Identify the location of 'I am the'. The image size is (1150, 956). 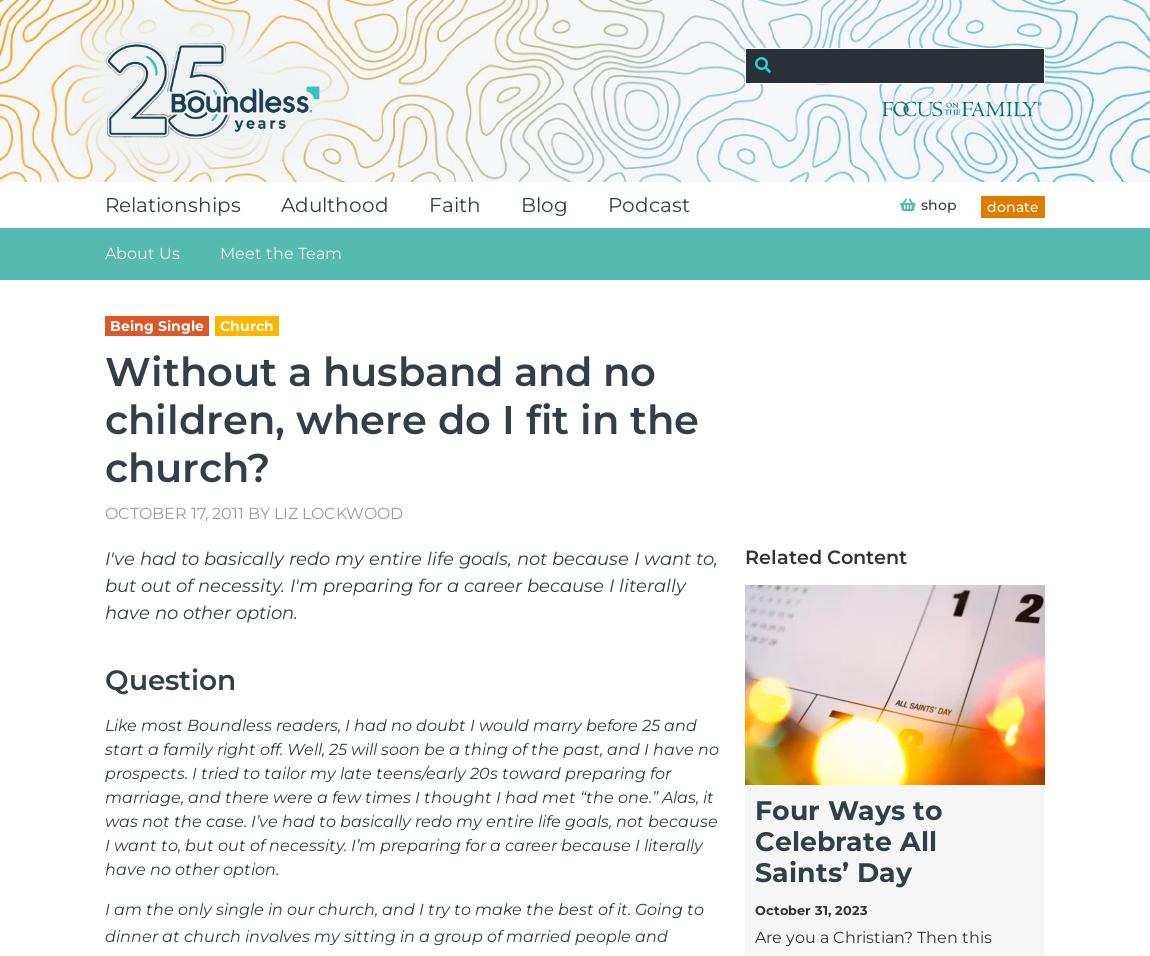
(140, 909).